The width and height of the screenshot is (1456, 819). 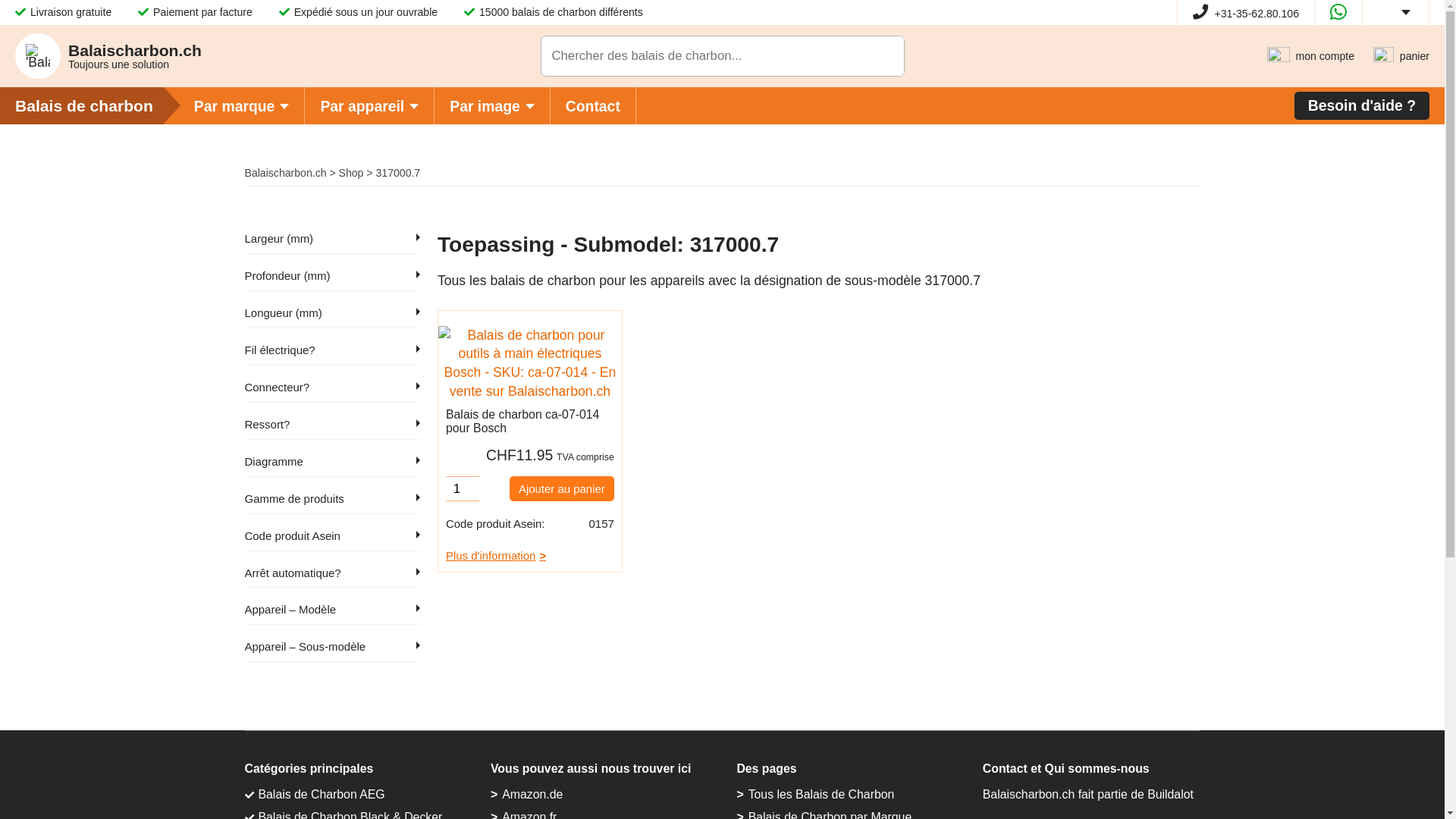 I want to click on 'Balaischarbon.ch', so click(x=284, y=171).